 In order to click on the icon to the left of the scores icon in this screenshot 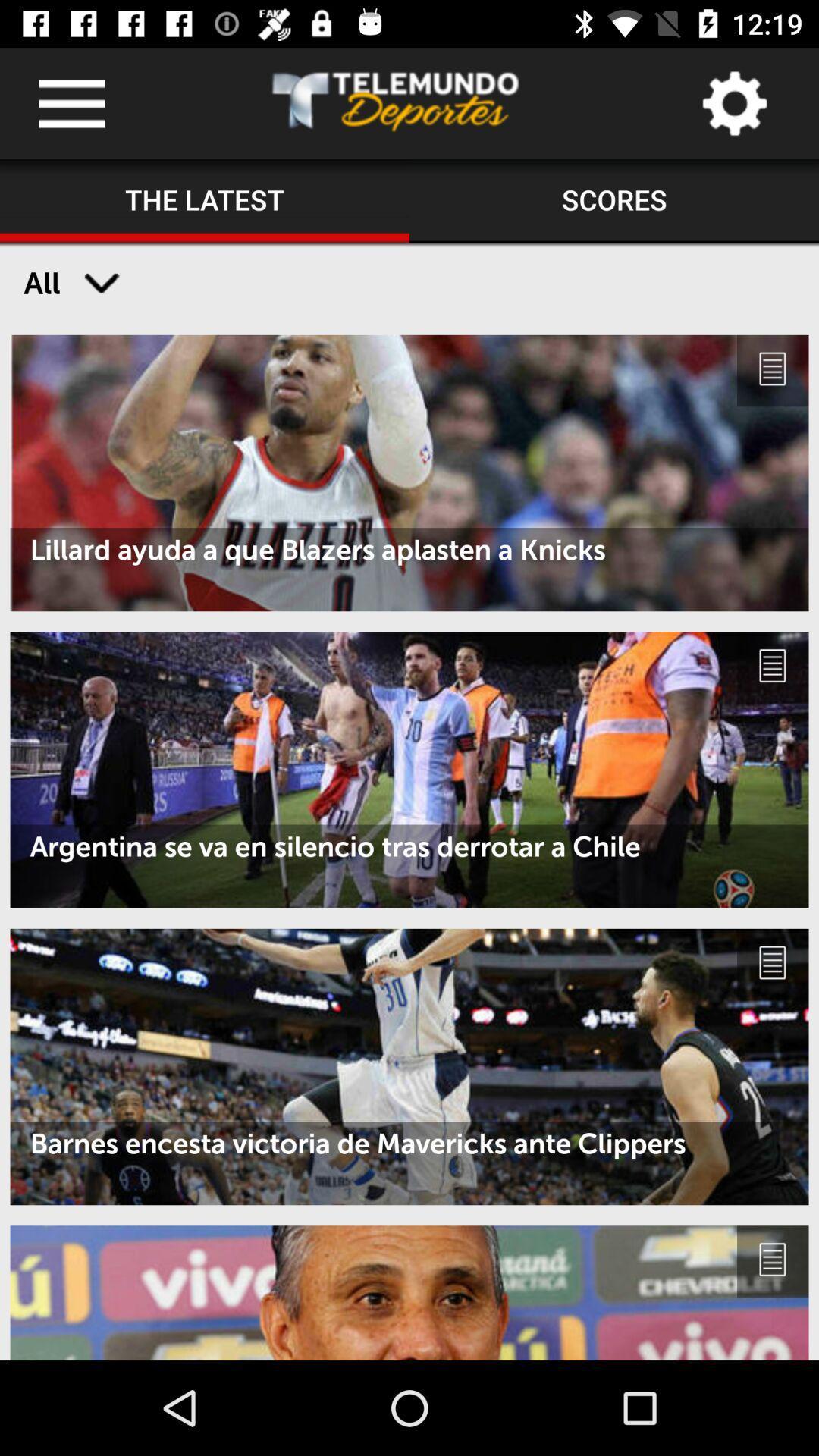, I will do `click(205, 200)`.